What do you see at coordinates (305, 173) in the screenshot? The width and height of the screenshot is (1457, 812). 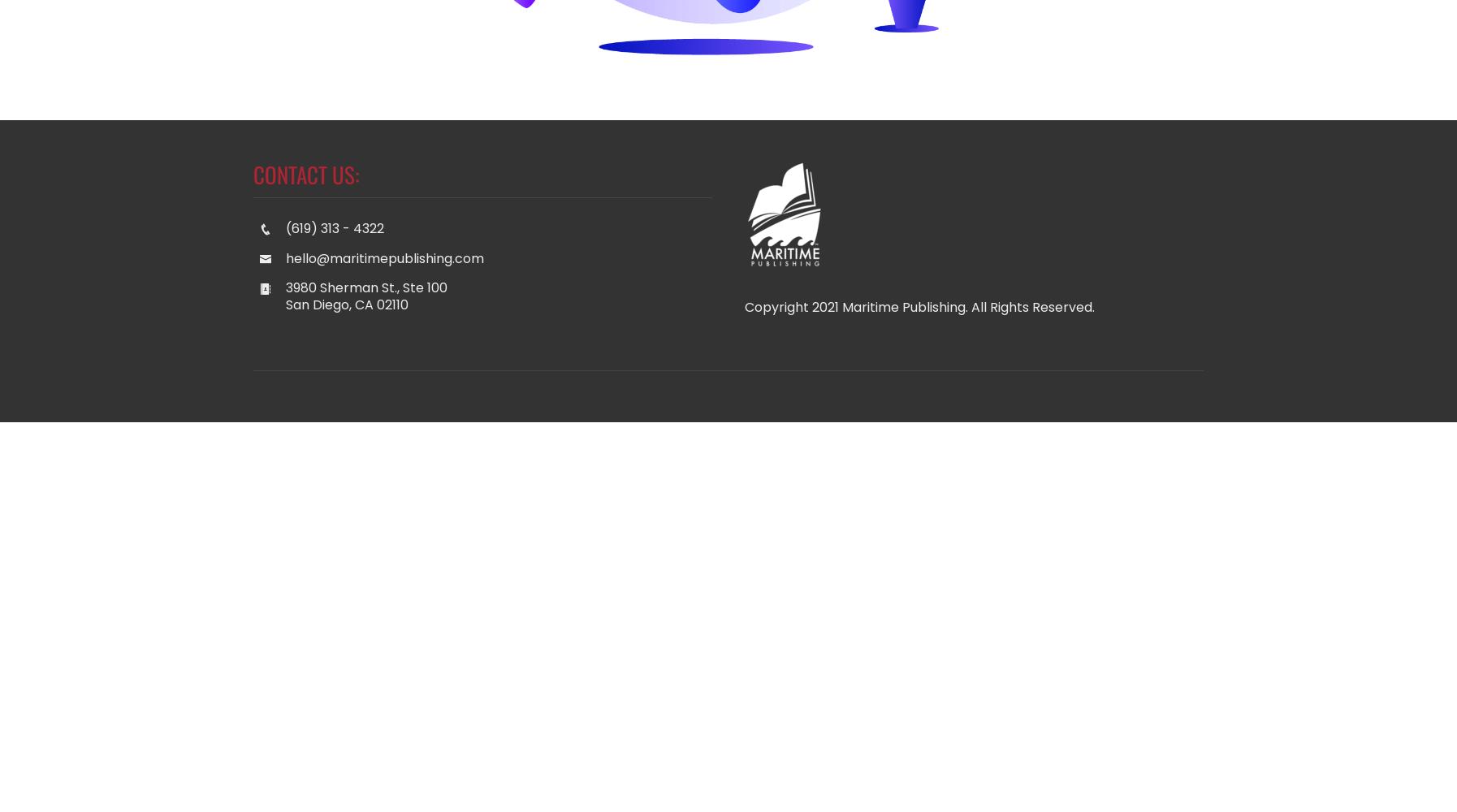 I see `'Contact US:'` at bounding box center [305, 173].